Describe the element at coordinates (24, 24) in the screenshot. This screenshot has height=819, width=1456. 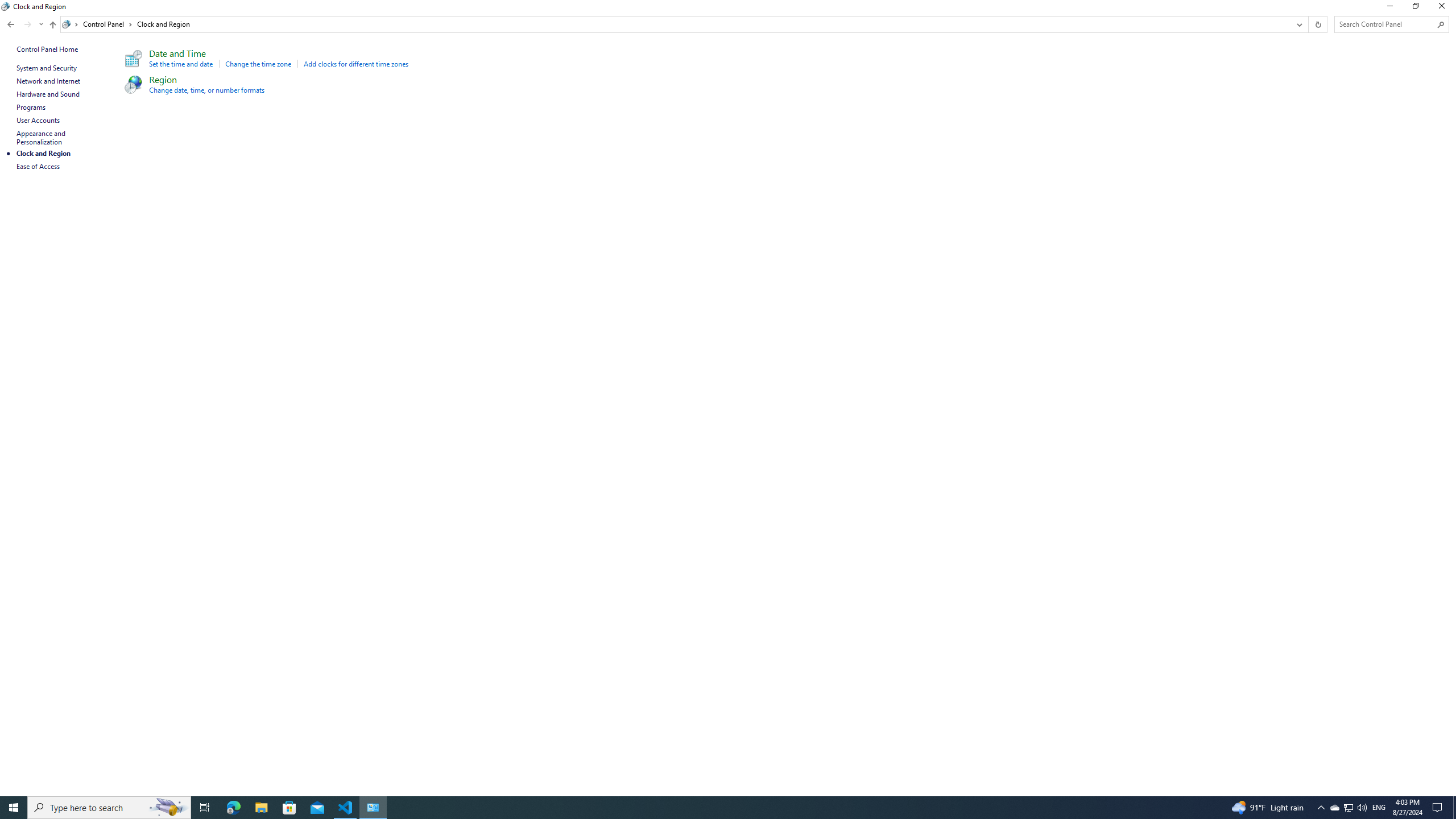
I see `'Navigation buttons'` at that location.